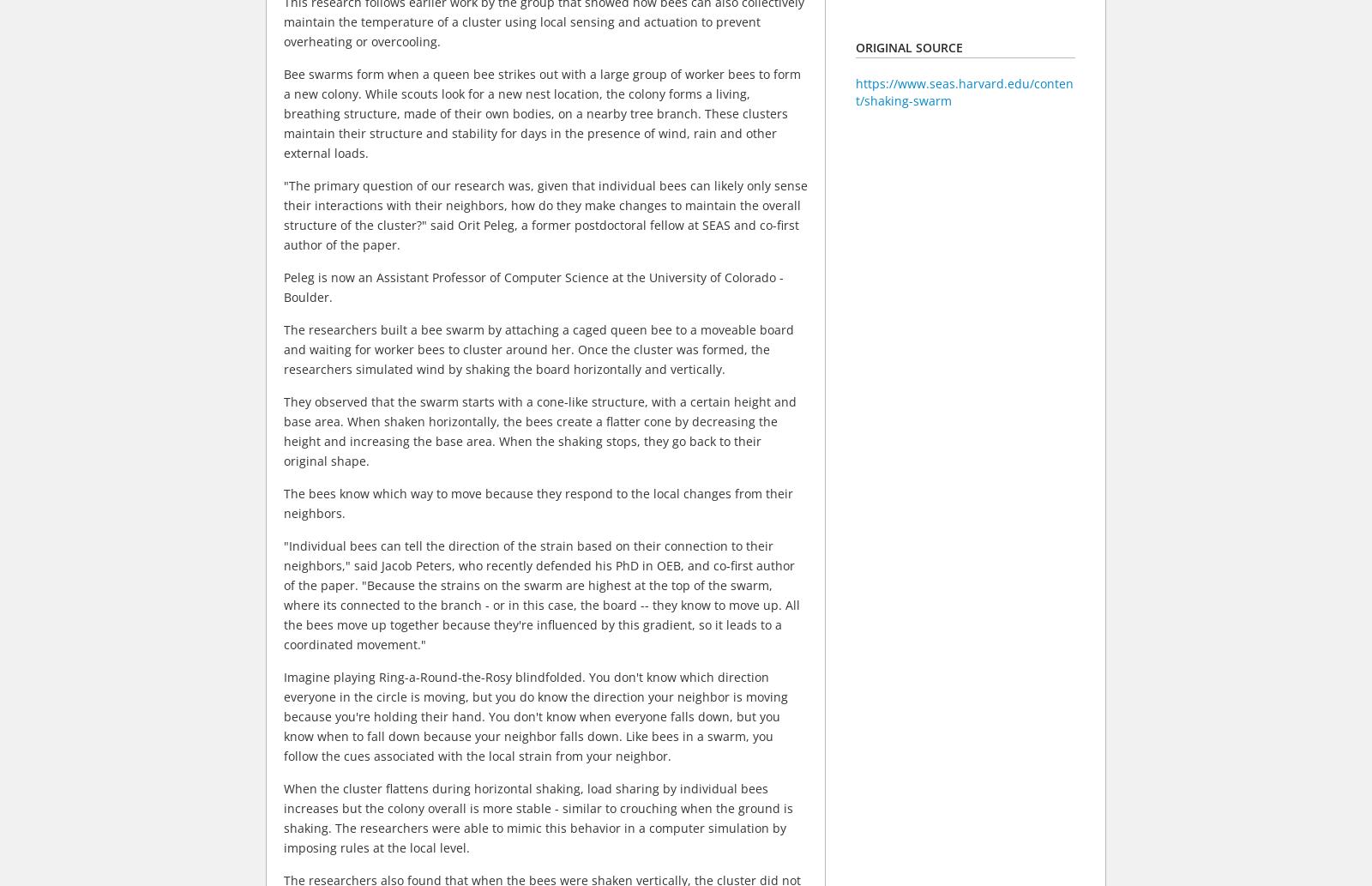 This screenshot has height=886, width=1372. What do you see at coordinates (533, 286) in the screenshot?
I see `'Peleg is now an Assistant Professor of Computer Science at the University of Colorado - Boulder.'` at bounding box center [533, 286].